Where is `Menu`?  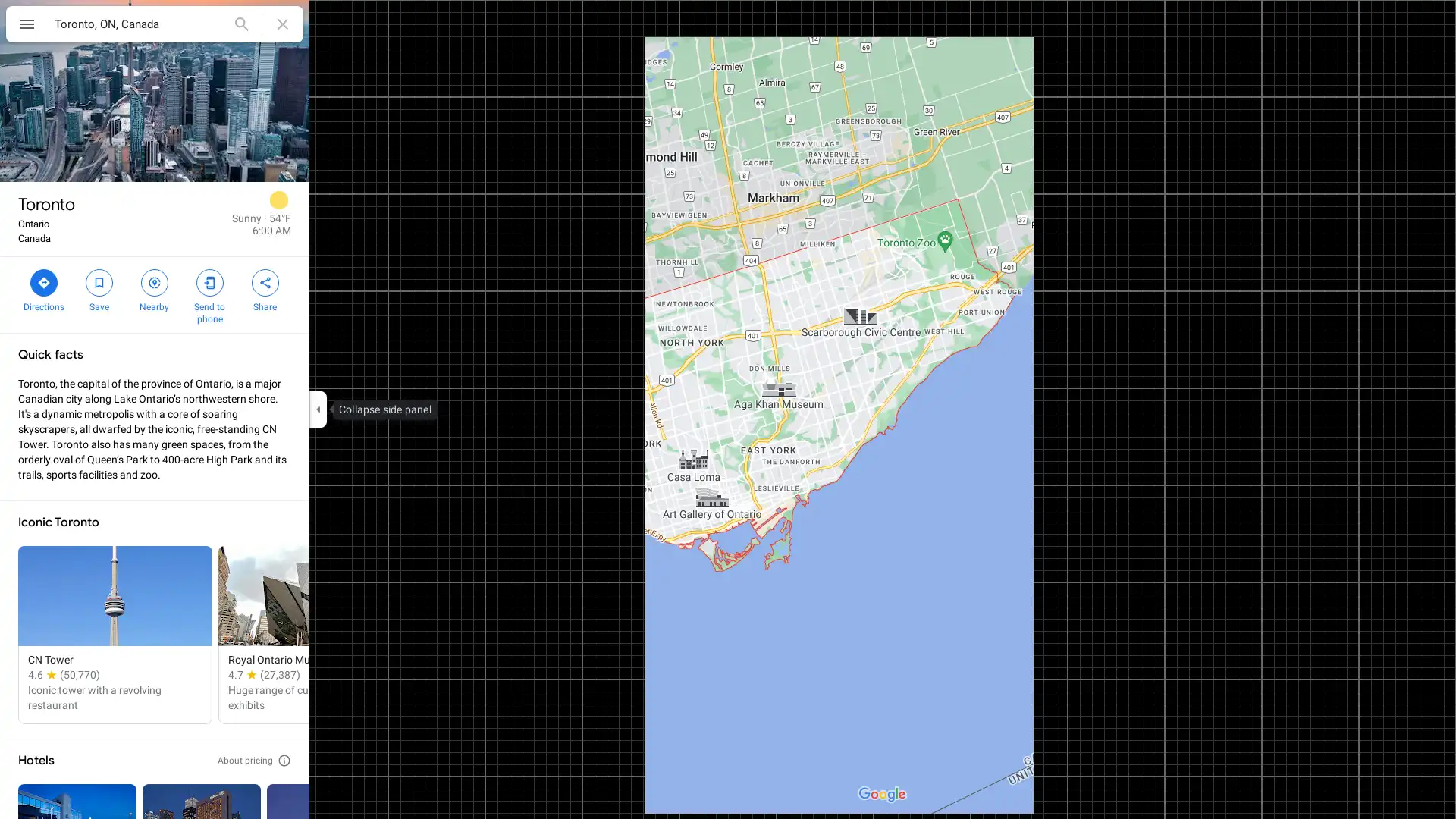 Menu is located at coordinates (27, 26).